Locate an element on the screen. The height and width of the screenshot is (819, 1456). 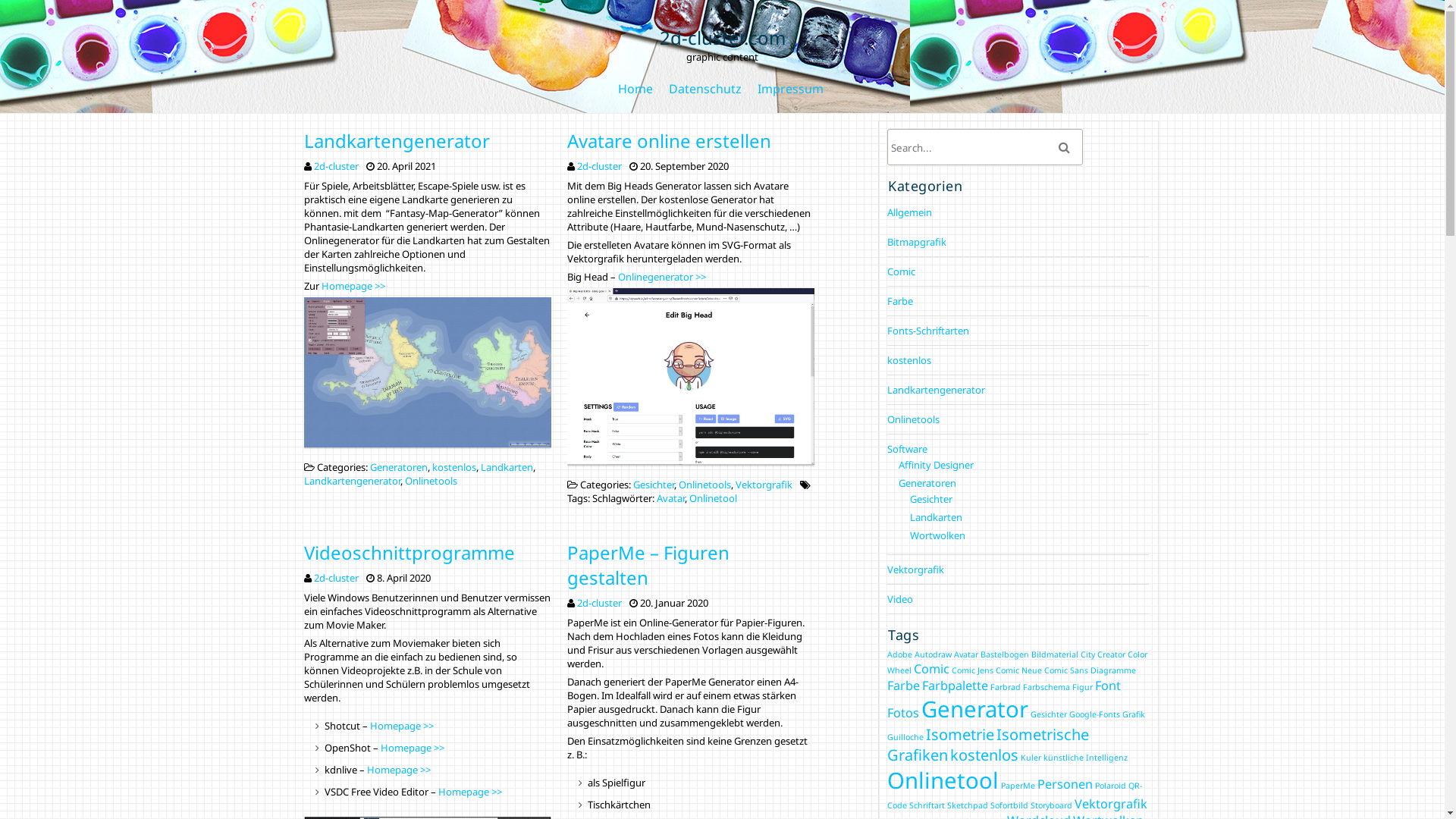
'Wortwolken' is located at coordinates (910, 534).